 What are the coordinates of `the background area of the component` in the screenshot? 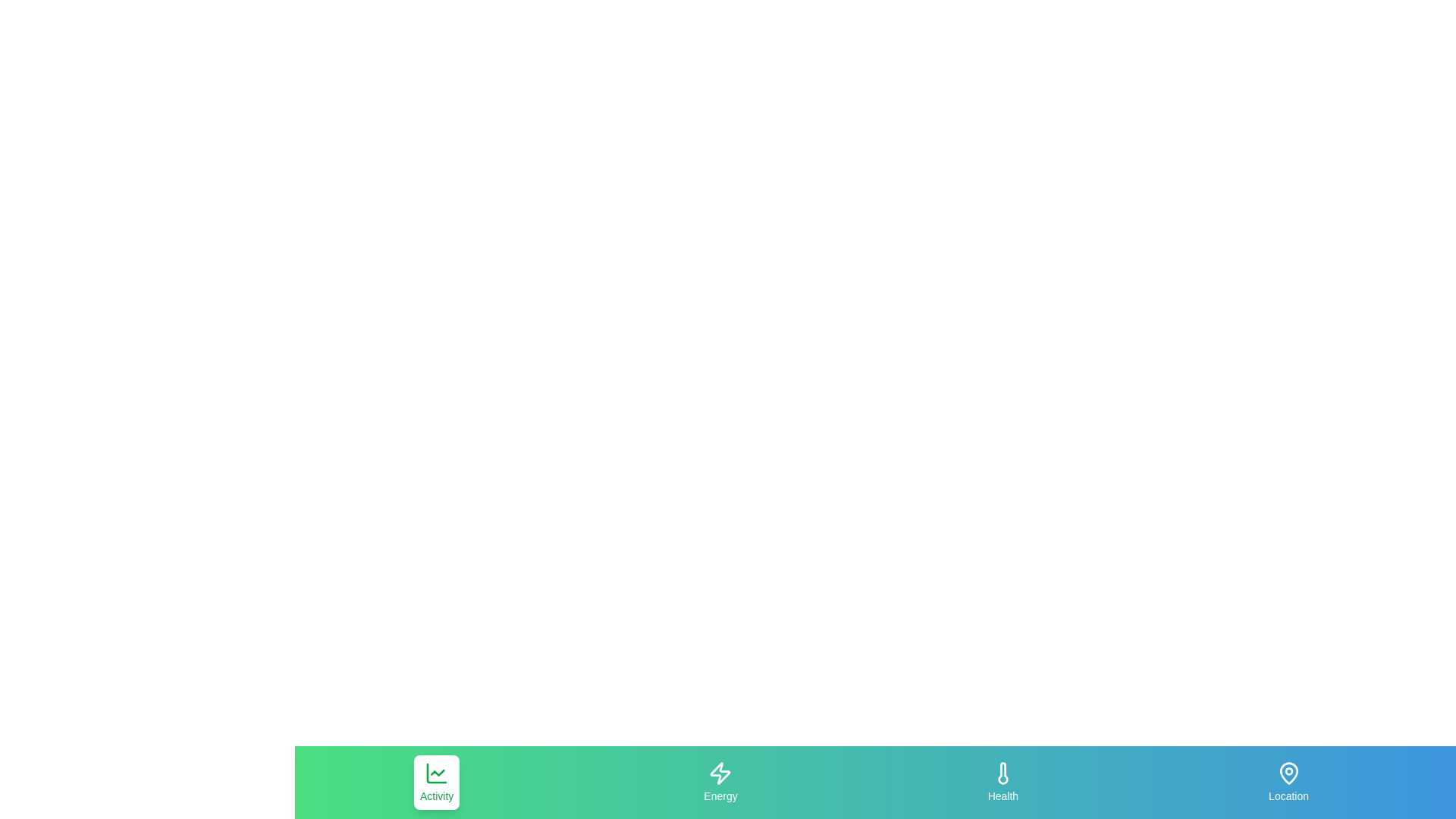 It's located at (582, 783).